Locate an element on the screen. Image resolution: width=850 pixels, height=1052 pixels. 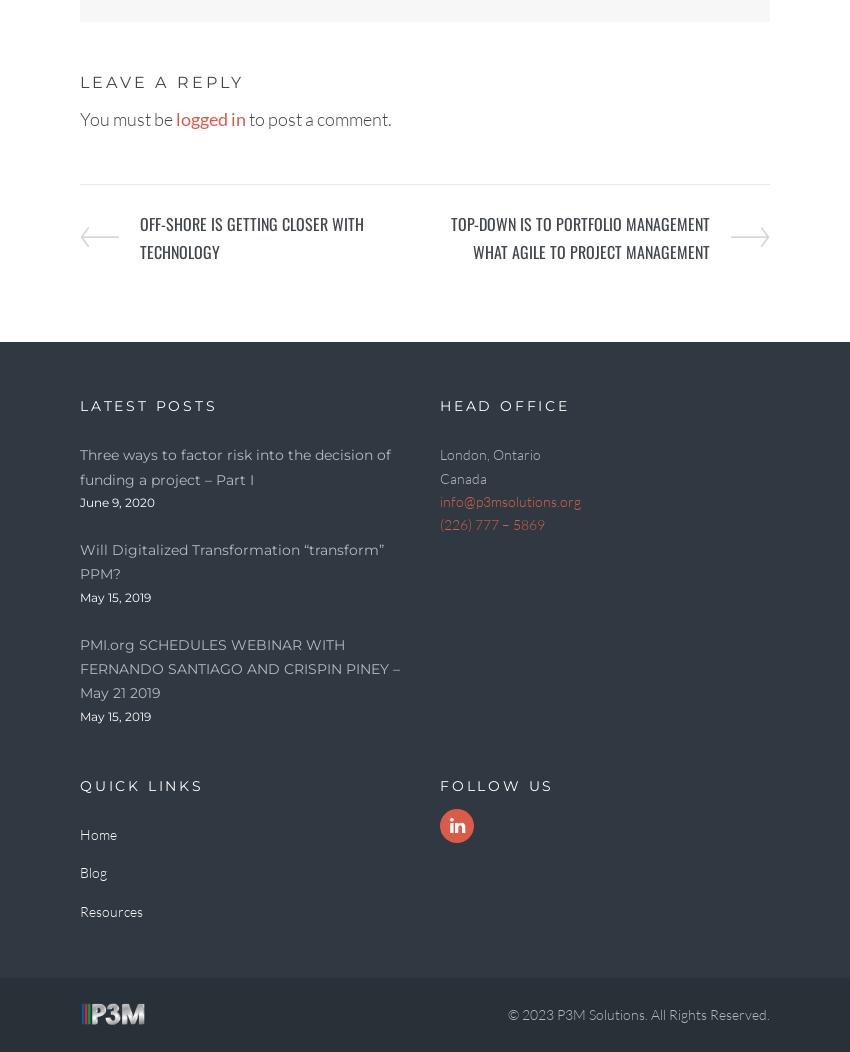
'Blog' is located at coordinates (92, 871).